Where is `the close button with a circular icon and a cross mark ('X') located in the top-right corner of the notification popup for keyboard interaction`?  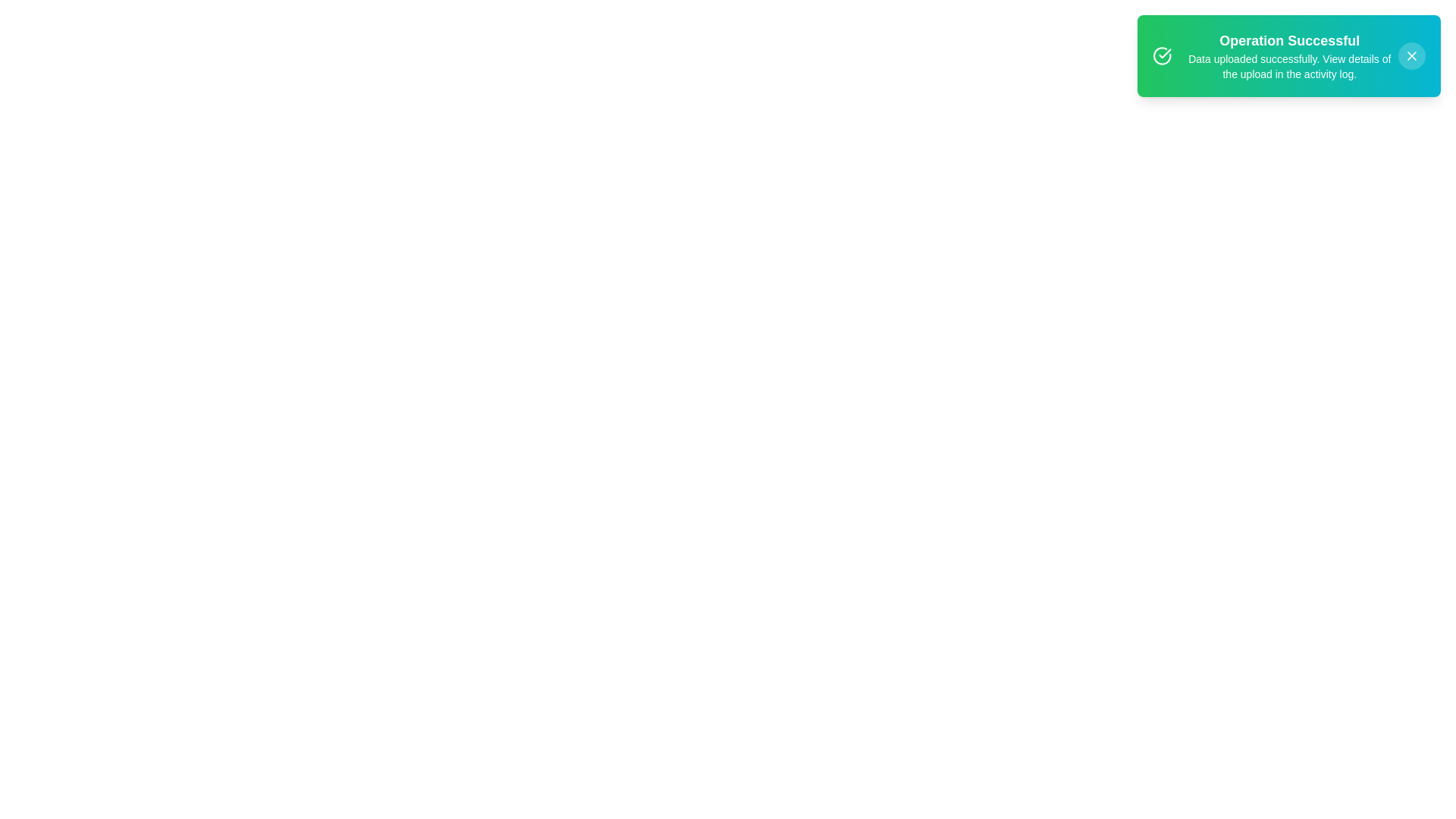
the close button with a circular icon and a cross mark ('X') located in the top-right corner of the notification popup for keyboard interaction is located at coordinates (1411, 55).